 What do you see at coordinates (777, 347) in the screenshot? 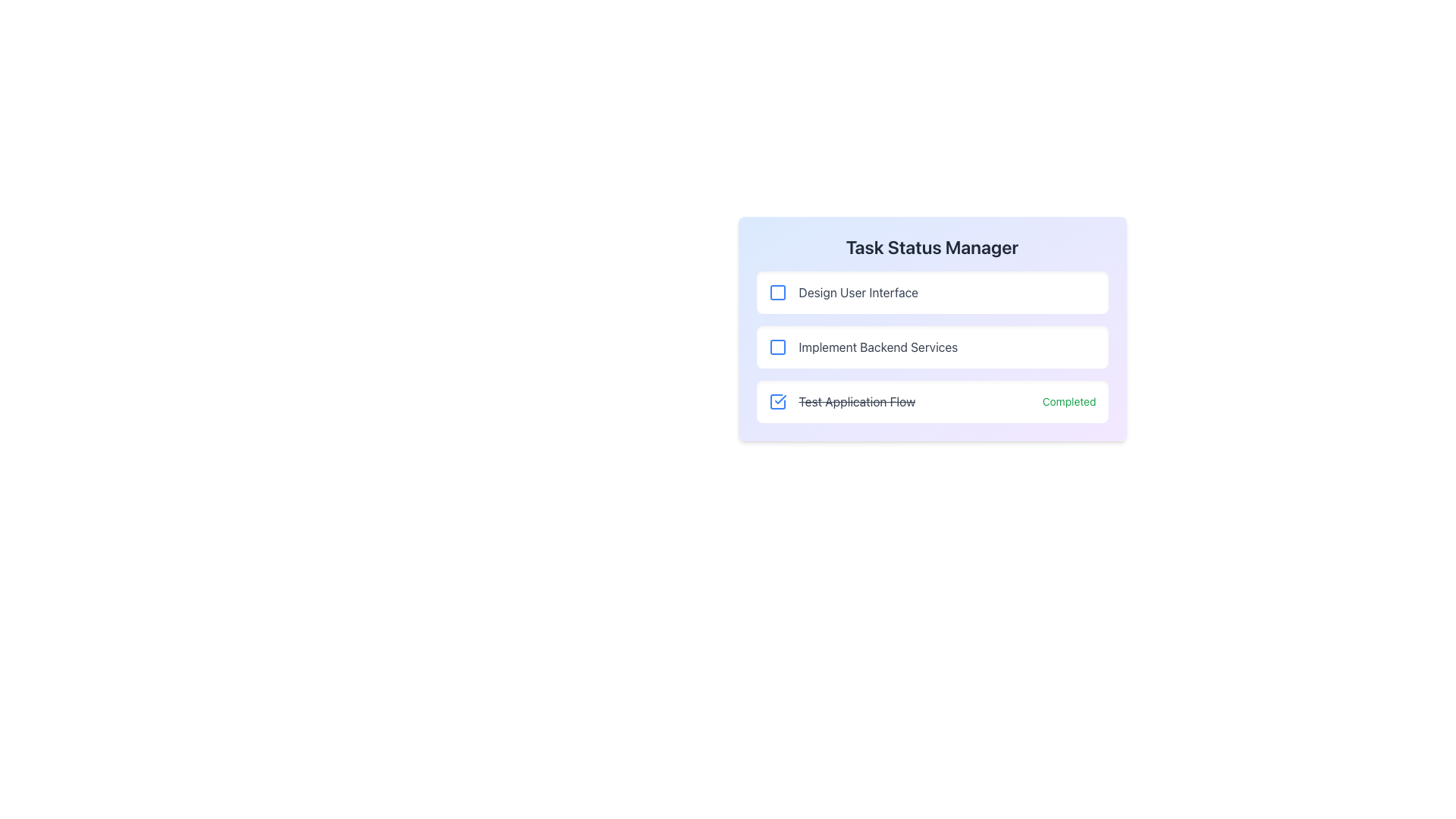
I see `the interactive checkbox located to the left of the text 'Implement Backend Services' in the task list` at bounding box center [777, 347].